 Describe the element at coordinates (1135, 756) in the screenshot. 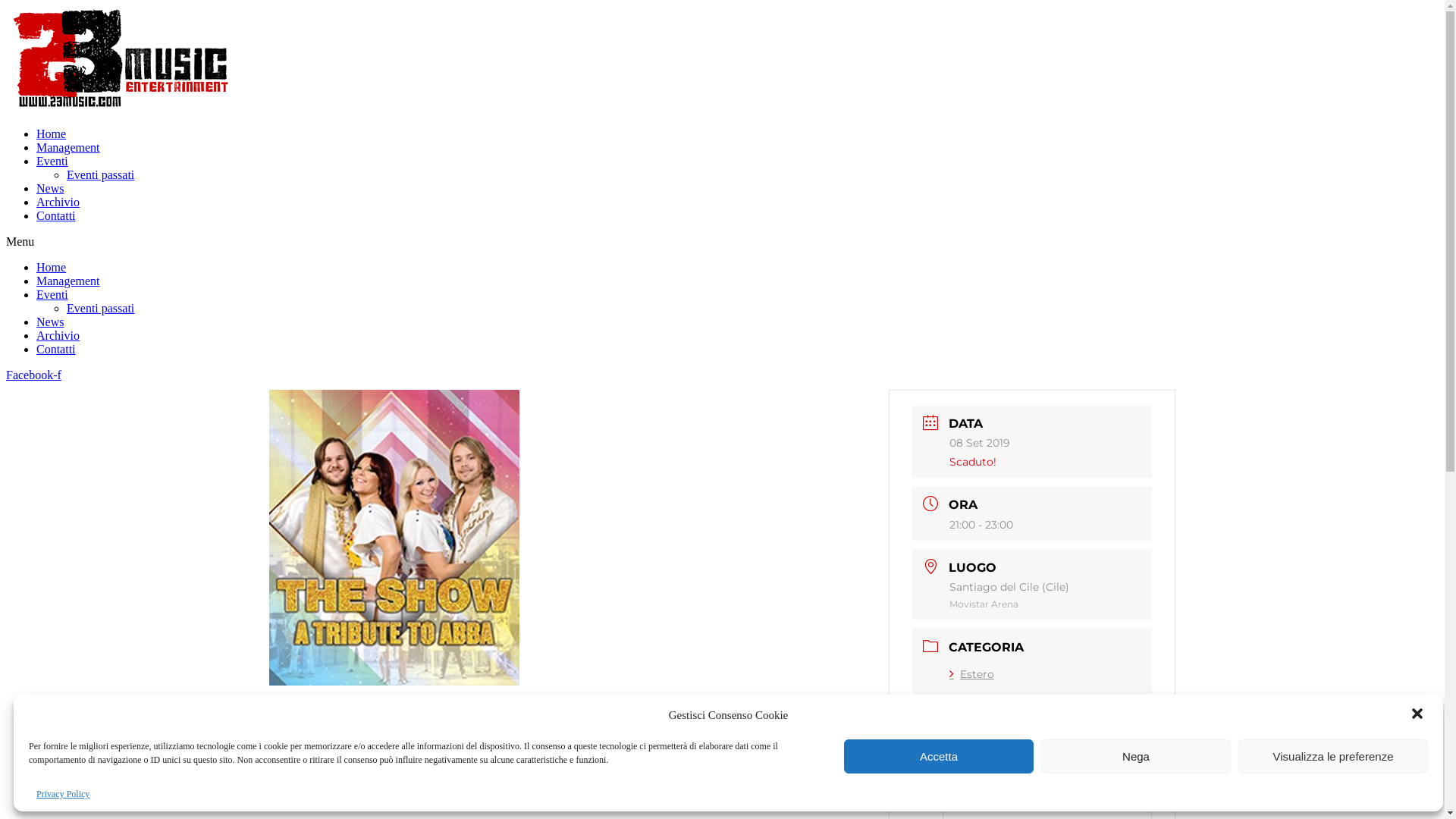

I see `'Nega'` at that location.